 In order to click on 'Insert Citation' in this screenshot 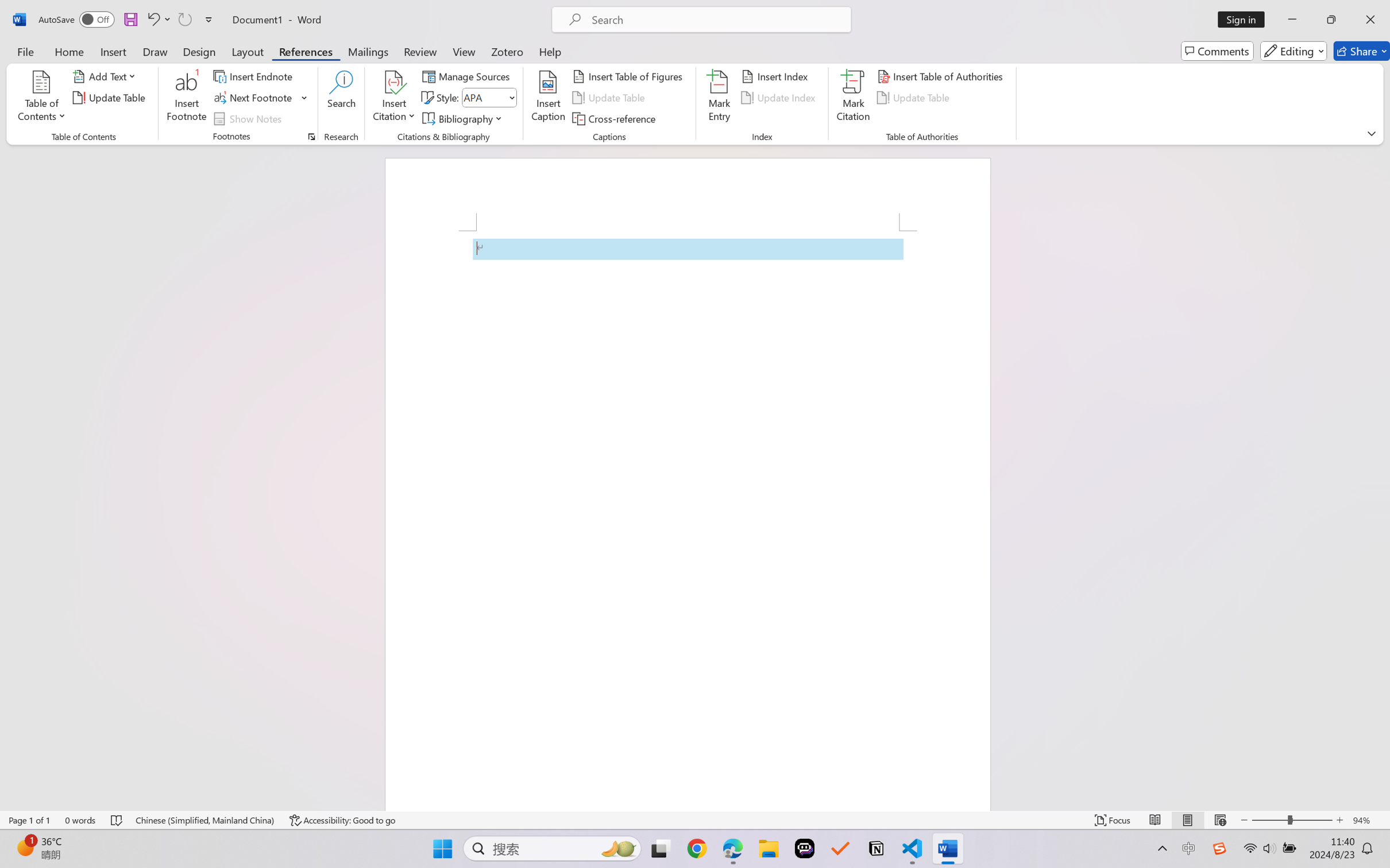, I will do `click(393, 98)`.